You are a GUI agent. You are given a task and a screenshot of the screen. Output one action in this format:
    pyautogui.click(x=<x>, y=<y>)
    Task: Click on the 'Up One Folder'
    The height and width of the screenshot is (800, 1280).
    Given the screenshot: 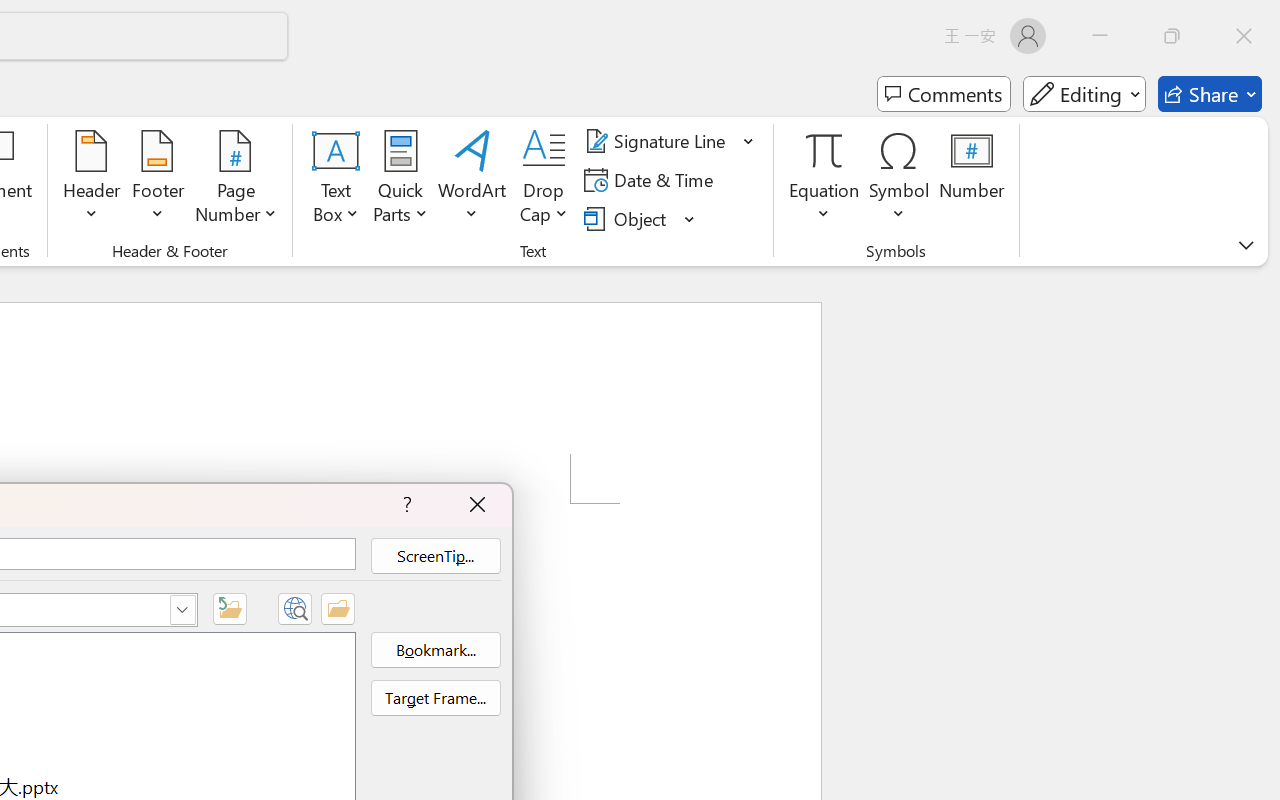 What is the action you would take?
    pyautogui.click(x=230, y=608)
    